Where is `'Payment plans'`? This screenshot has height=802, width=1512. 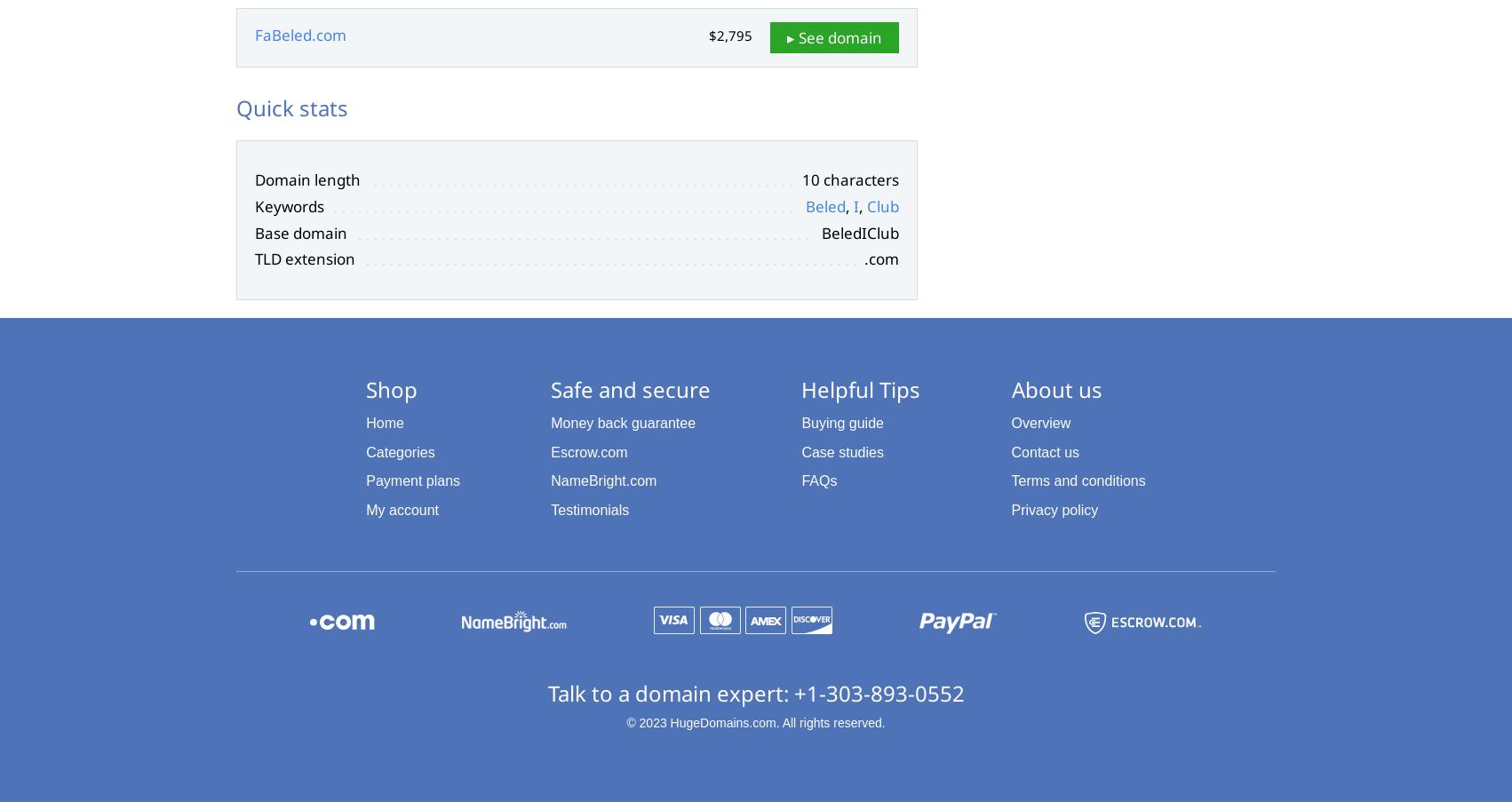 'Payment plans' is located at coordinates (366, 480).